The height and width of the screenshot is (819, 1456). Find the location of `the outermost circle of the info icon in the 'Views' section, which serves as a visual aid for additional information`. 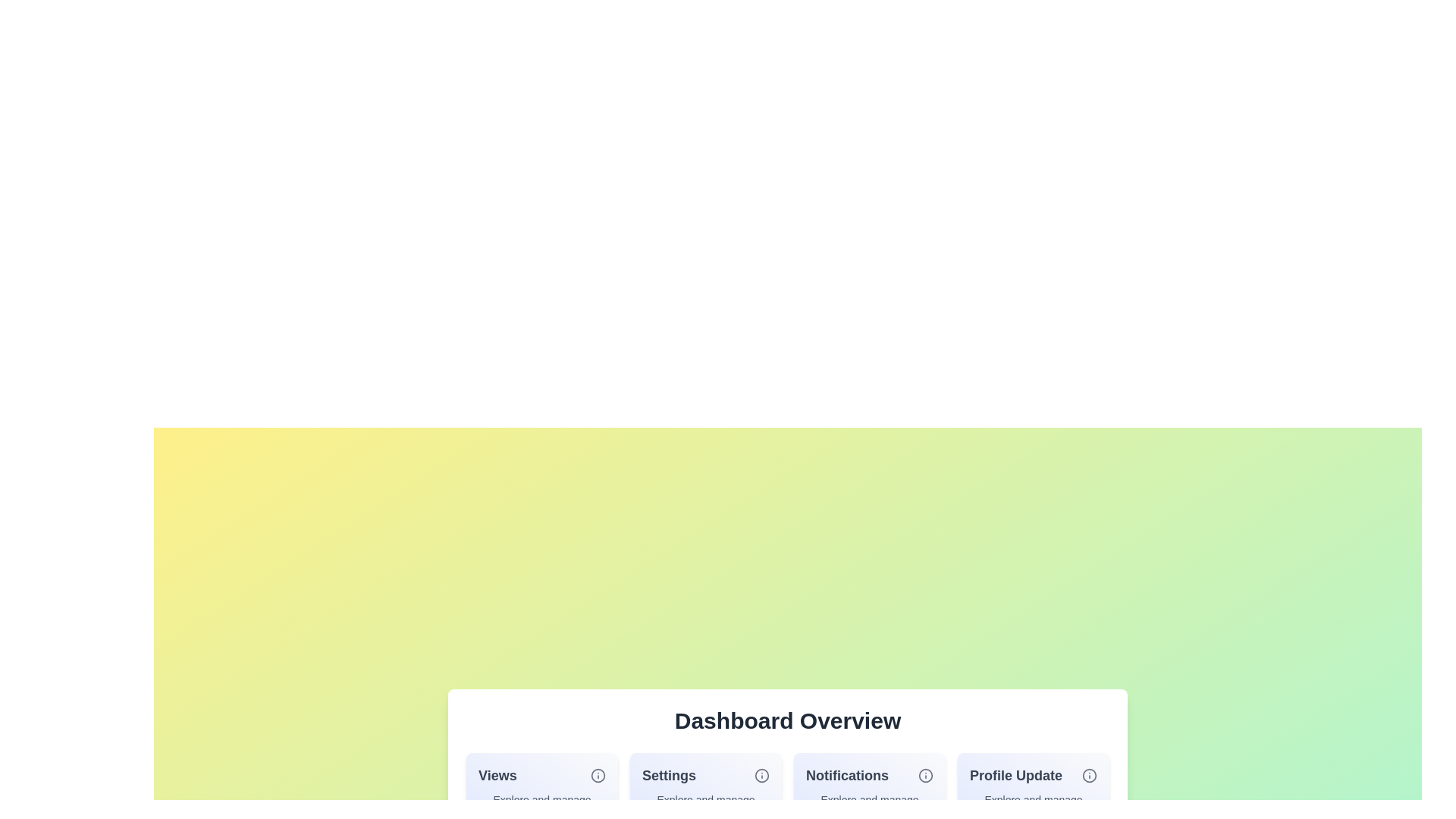

the outermost circle of the info icon in the 'Views' section, which serves as a visual aid for additional information is located at coordinates (597, 775).